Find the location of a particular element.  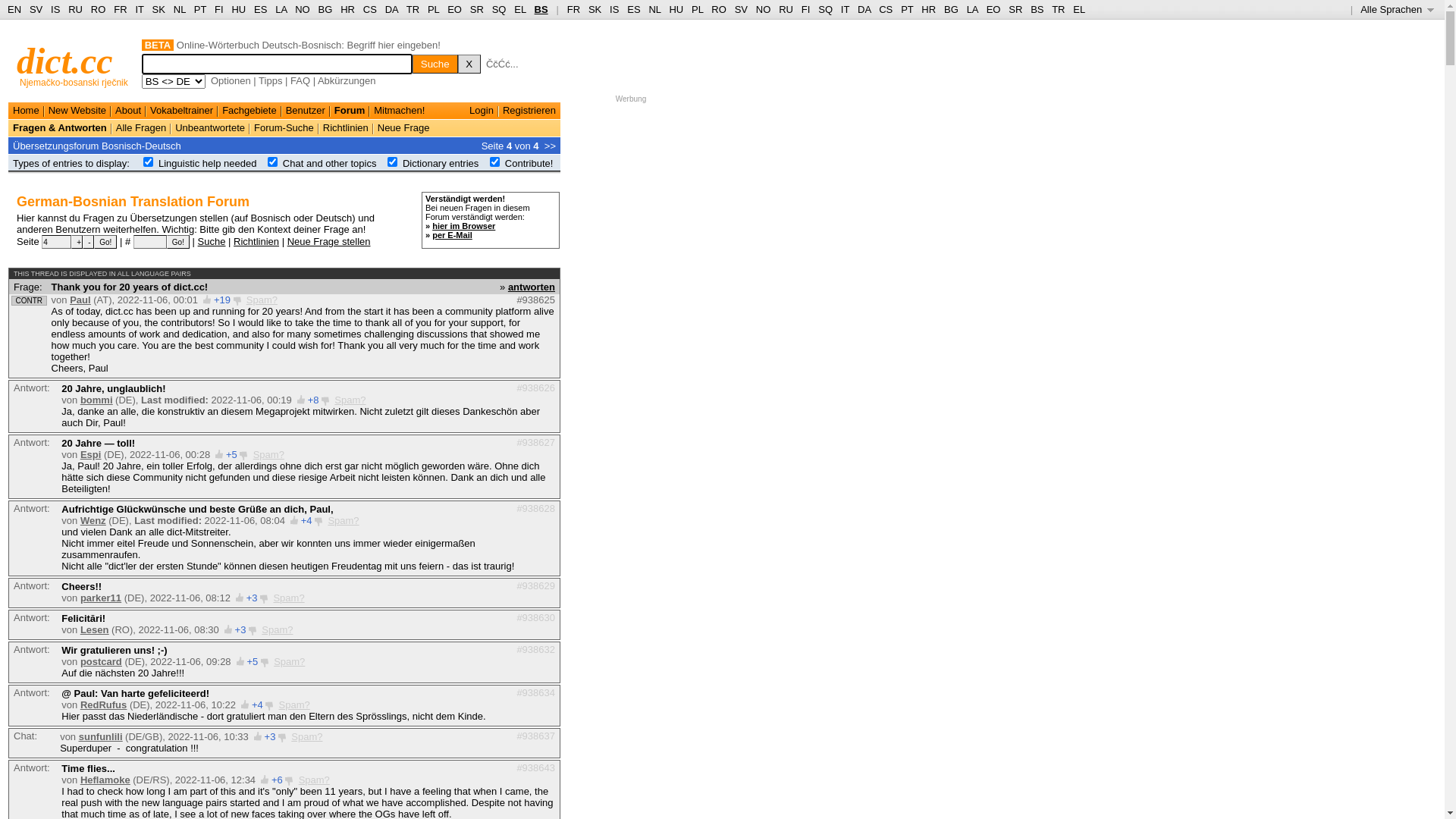

'Benutzer' is located at coordinates (305, 109).